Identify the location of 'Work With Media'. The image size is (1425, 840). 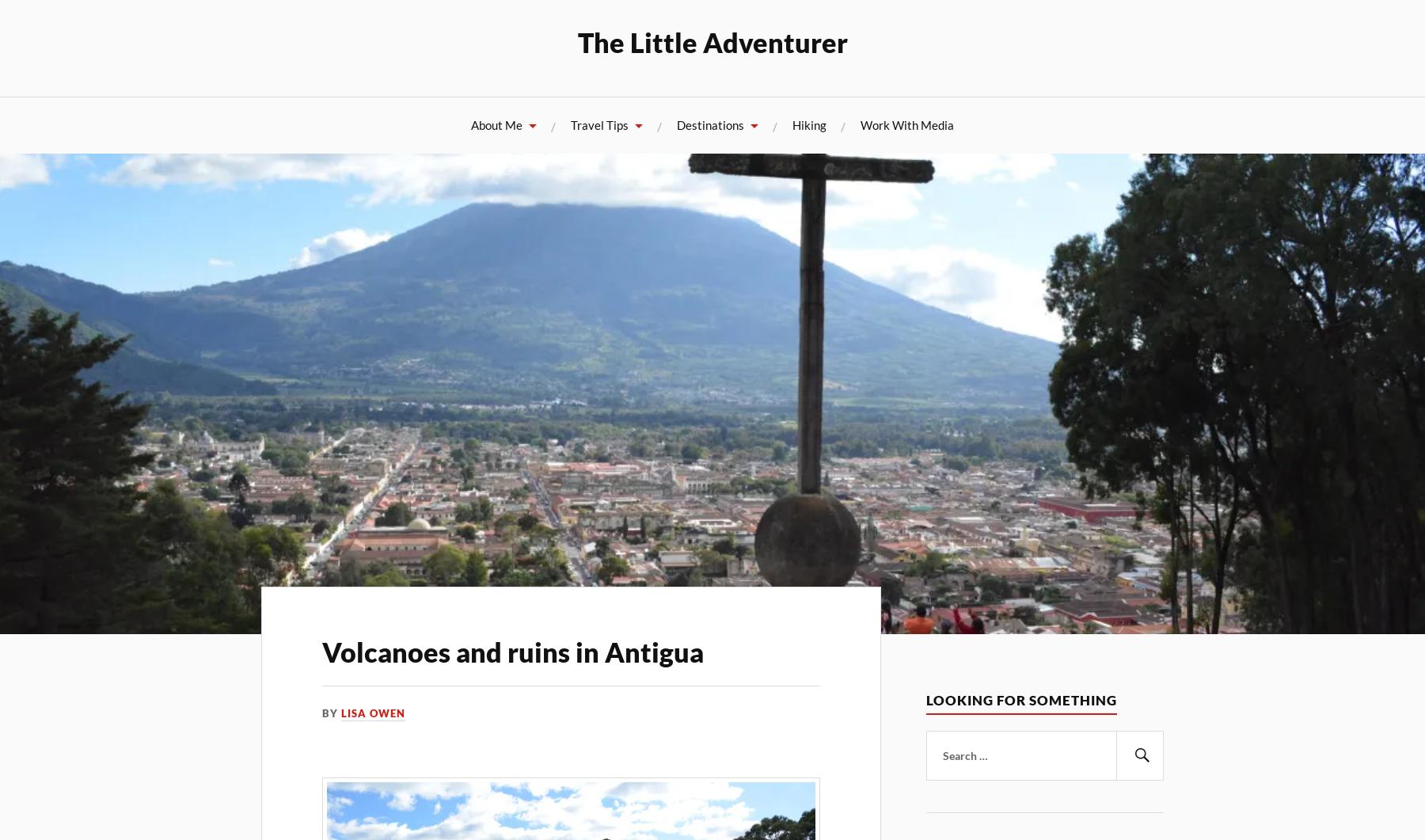
(906, 124).